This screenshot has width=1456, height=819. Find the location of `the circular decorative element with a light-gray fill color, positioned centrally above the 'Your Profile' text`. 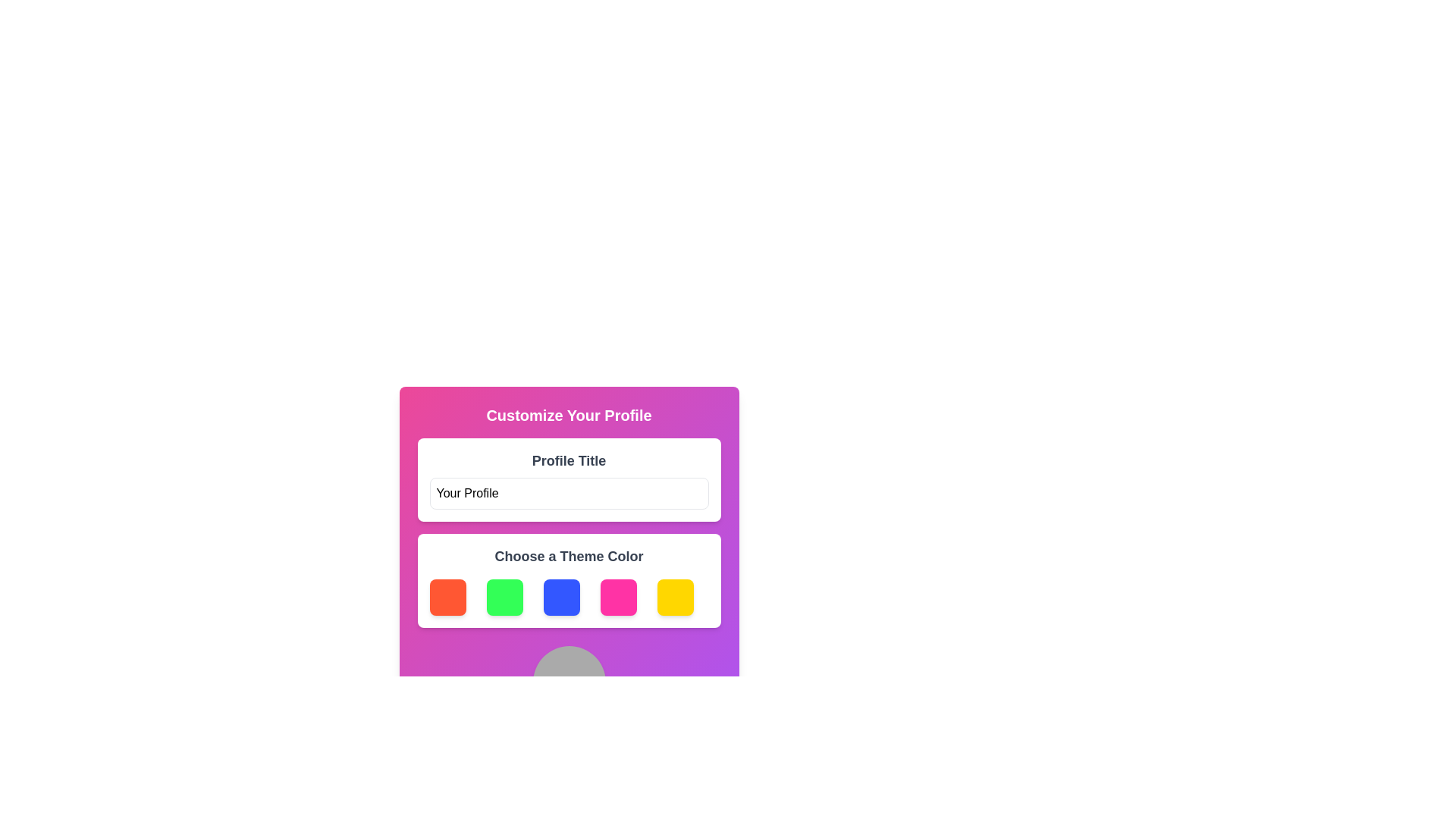

the circular decorative element with a light-gray fill color, positioned centrally above the 'Your Profile' text is located at coordinates (568, 681).